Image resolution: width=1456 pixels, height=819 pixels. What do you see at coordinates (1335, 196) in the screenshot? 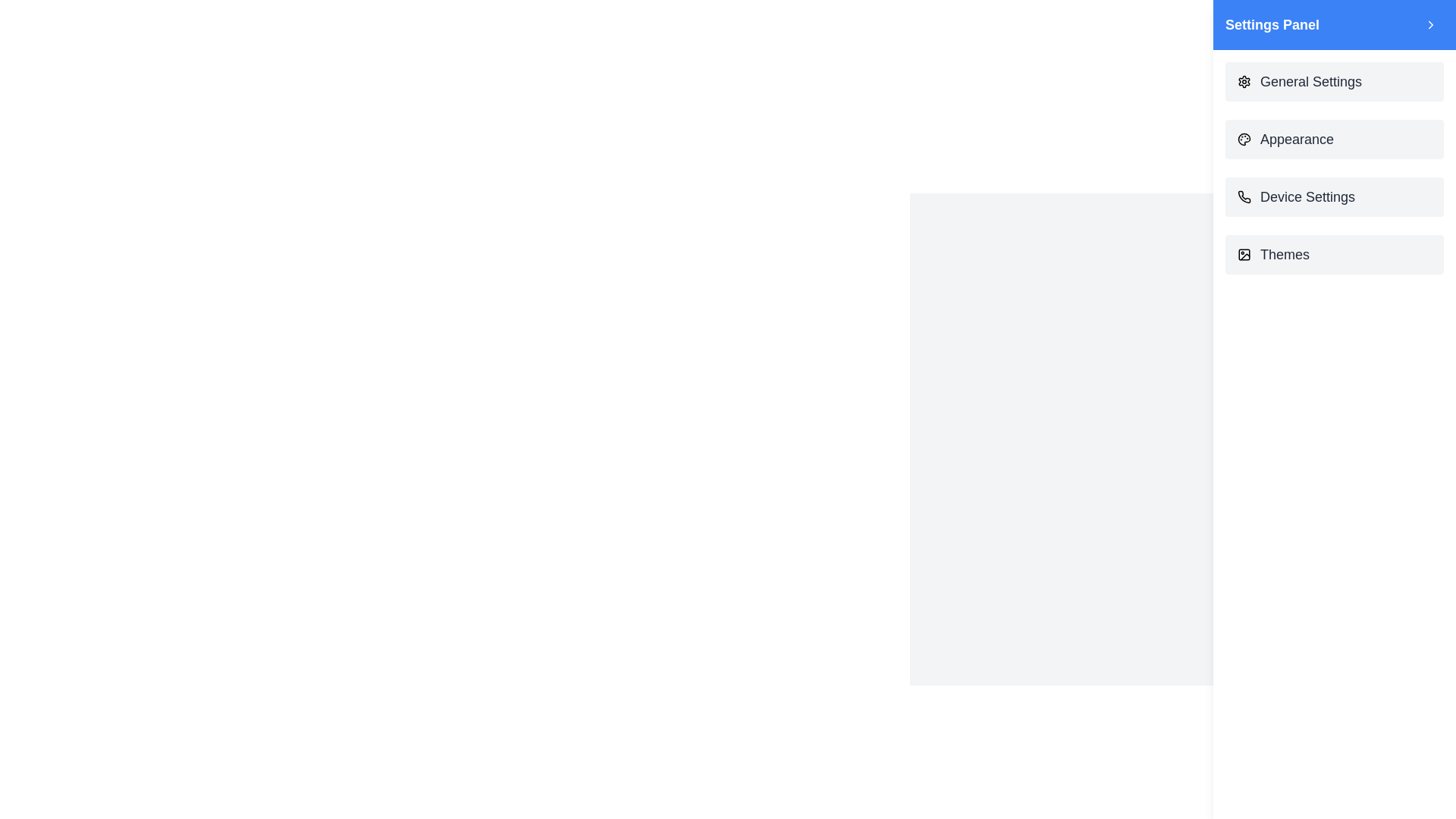
I see `the 'Device Settings' button, which is the third button in the vertical list under the 'Settings Panel', positioned between the 'Appearance' and 'Themes' buttons, to change its background color` at bounding box center [1335, 196].